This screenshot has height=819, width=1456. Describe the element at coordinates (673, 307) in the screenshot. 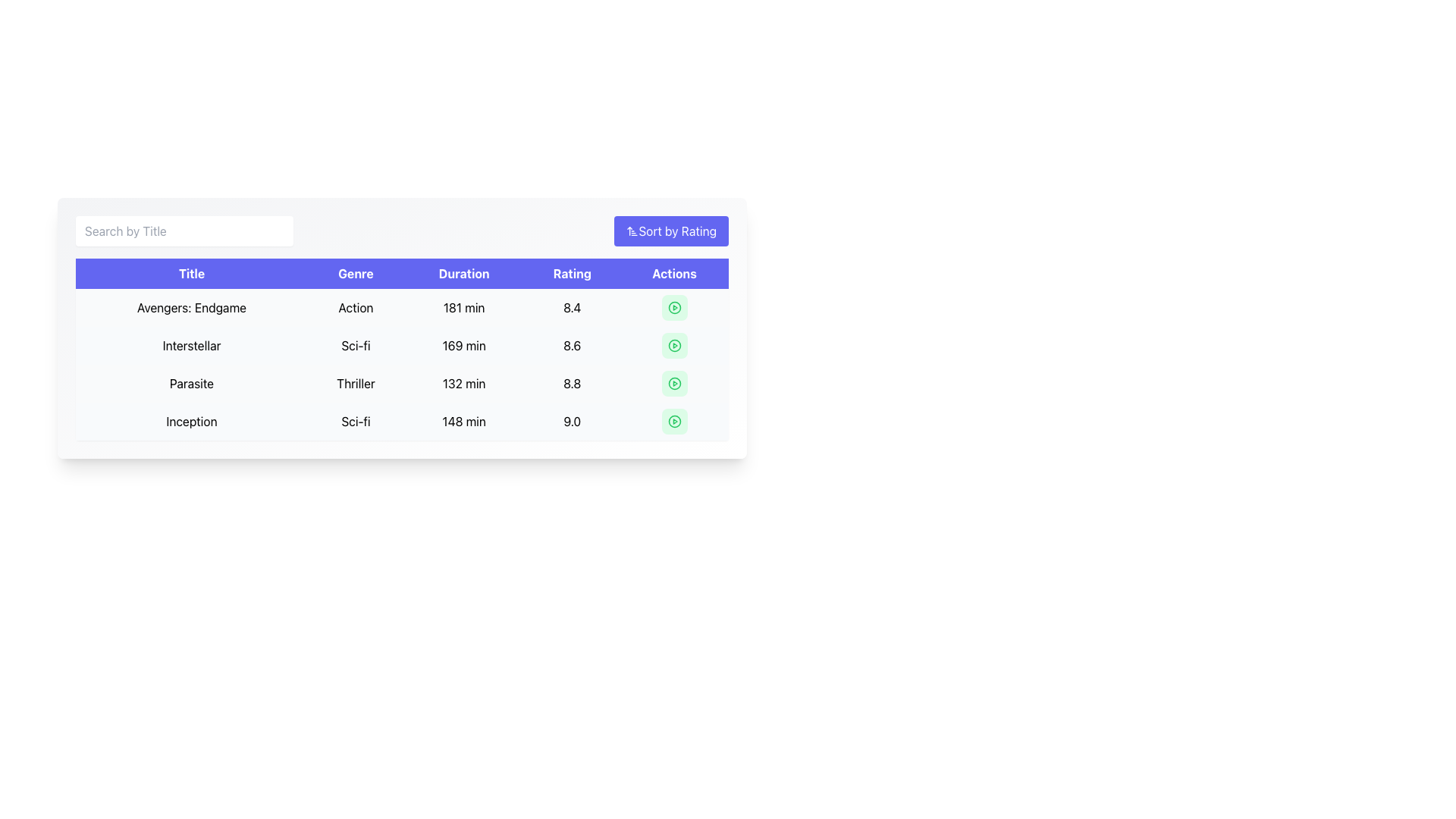

I see `the green circular icon button with a play symbol located in the 'Actions' column of the first row of the table` at that location.